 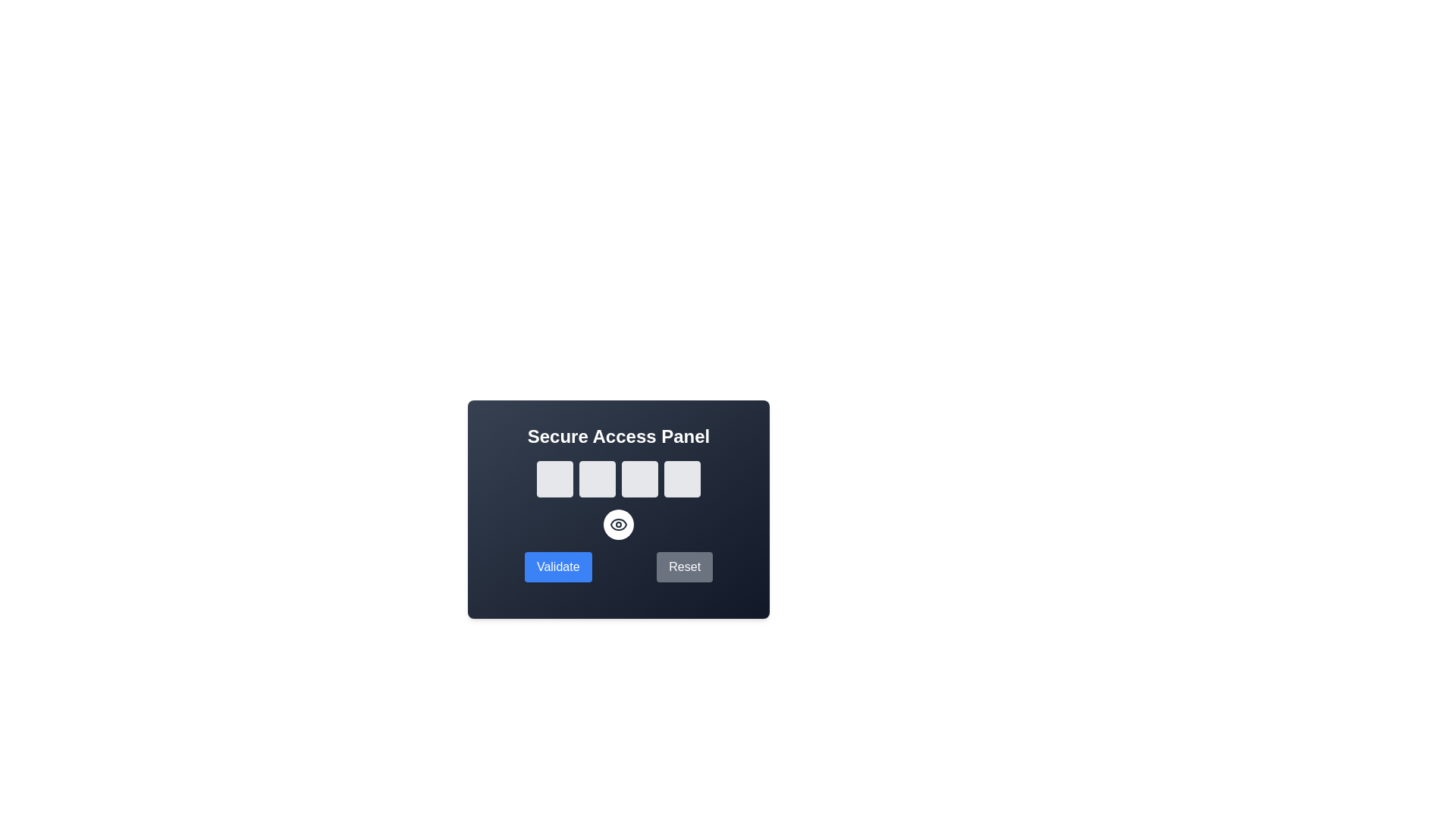 I want to click on the eye icon button located beneath the 'Secure Access Panel' input fields, so click(x=619, y=523).